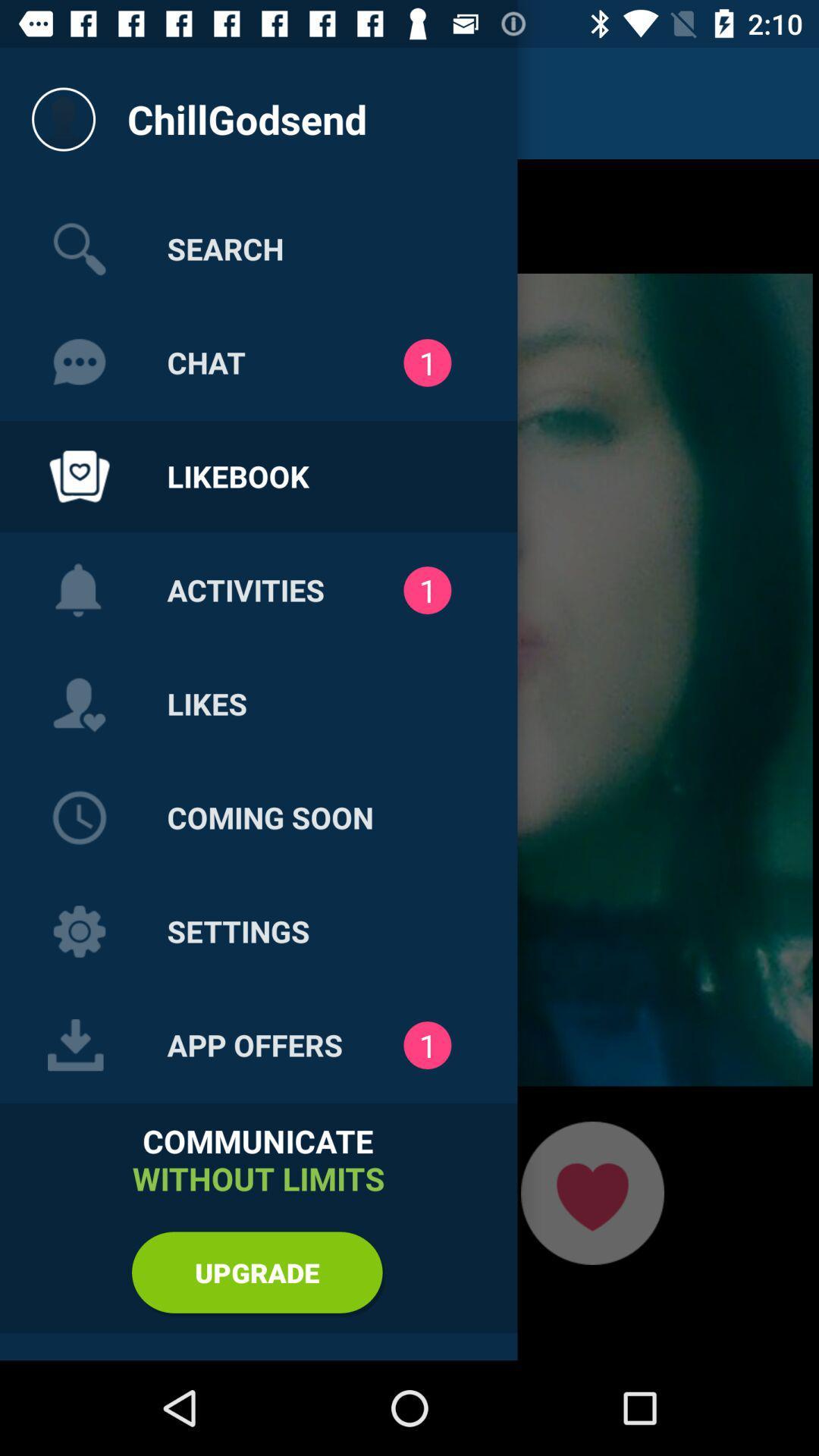 The height and width of the screenshot is (1456, 819). What do you see at coordinates (246, 118) in the screenshot?
I see `the text below the notification bar` at bounding box center [246, 118].